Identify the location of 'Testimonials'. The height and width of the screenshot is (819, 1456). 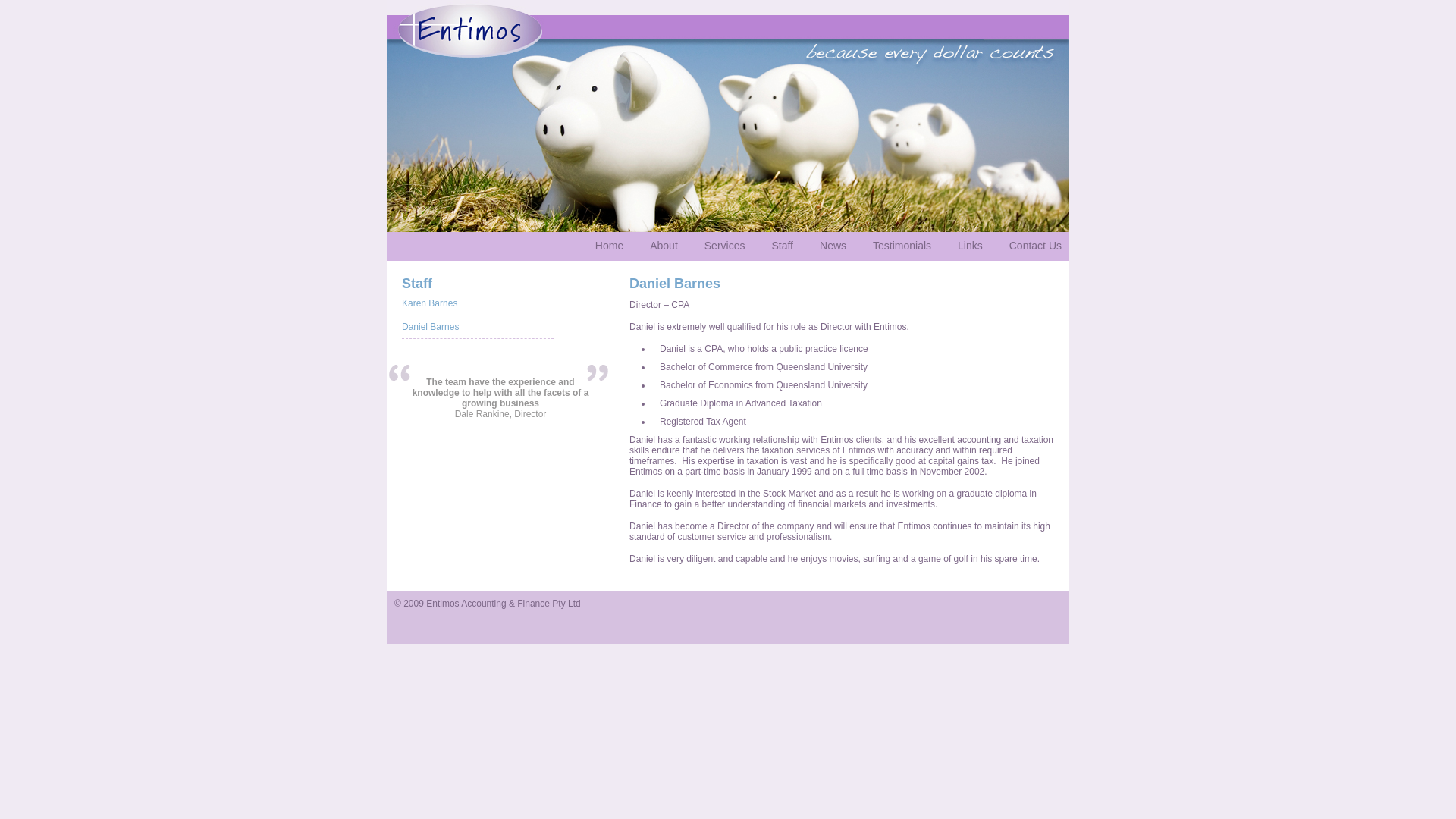
(902, 245).